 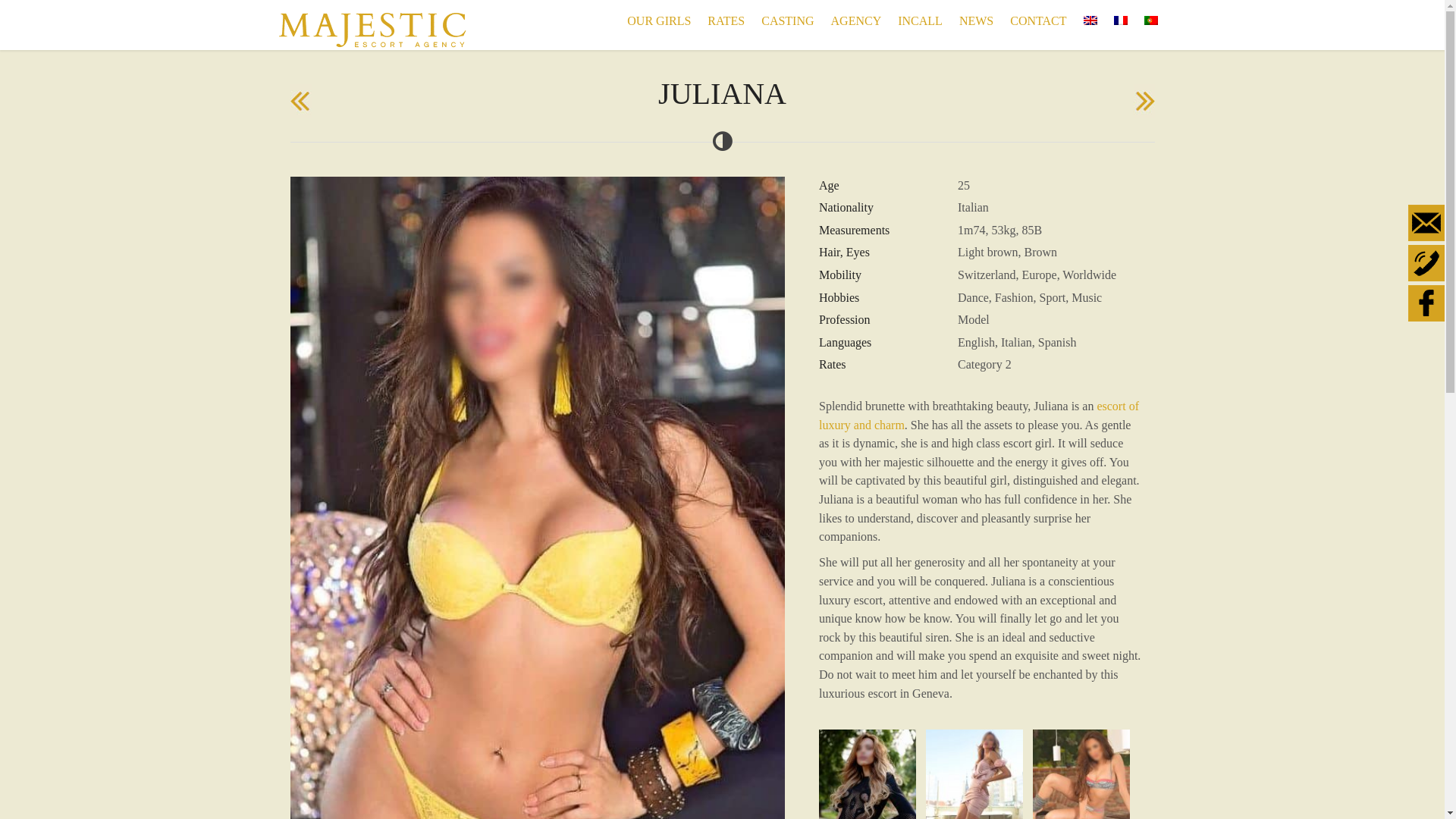 What do you see at coordinates (1426, 262) in the screenshot?
I see `'Call : 079 50 149 64'` at bounding box center [1426, 262].